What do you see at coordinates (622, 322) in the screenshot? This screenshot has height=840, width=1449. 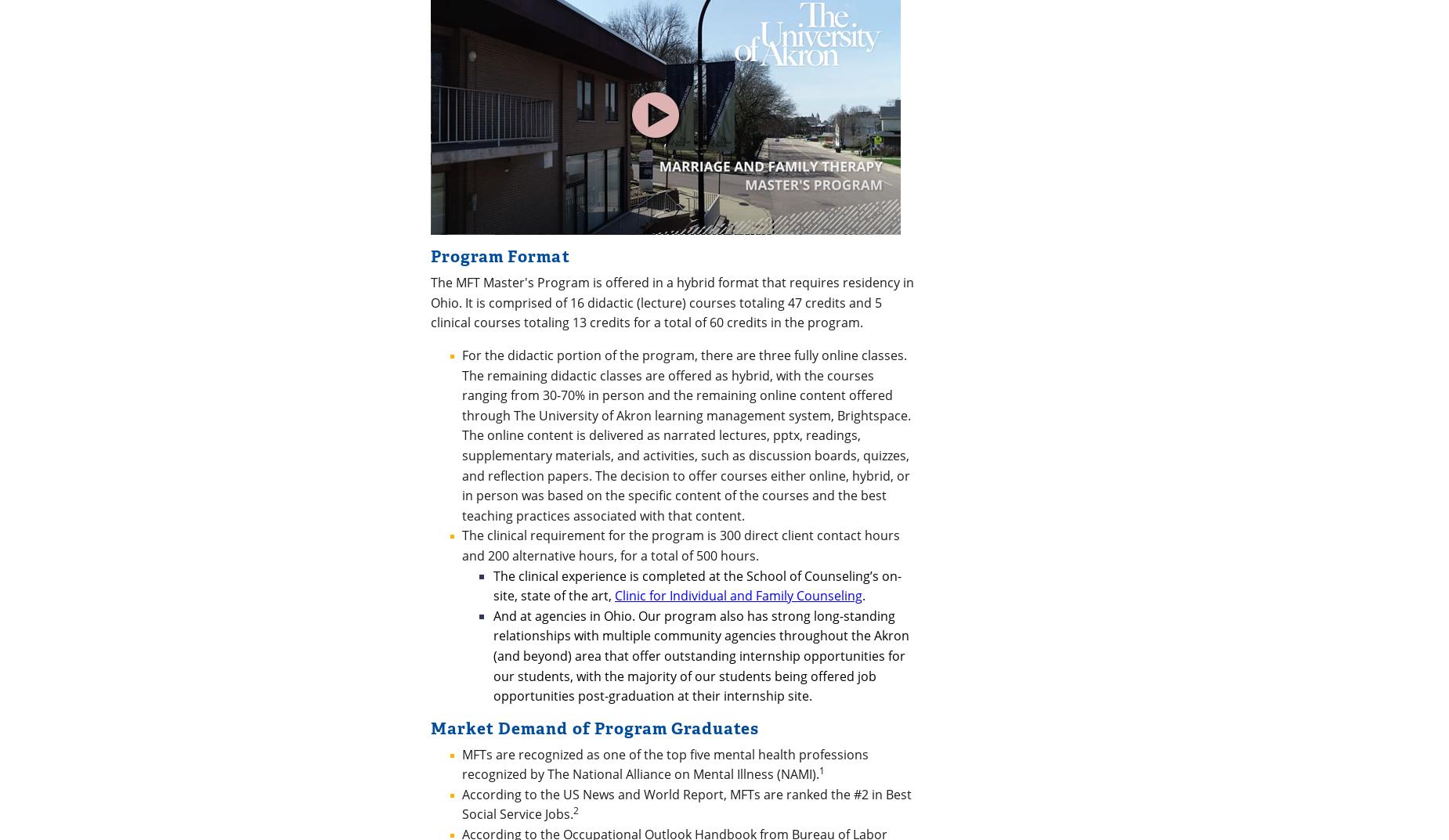 I see `'https://codes.ohio.gov/ohio-administrative-code/rule-4757-25-01'` at bounding box center [622, 322].